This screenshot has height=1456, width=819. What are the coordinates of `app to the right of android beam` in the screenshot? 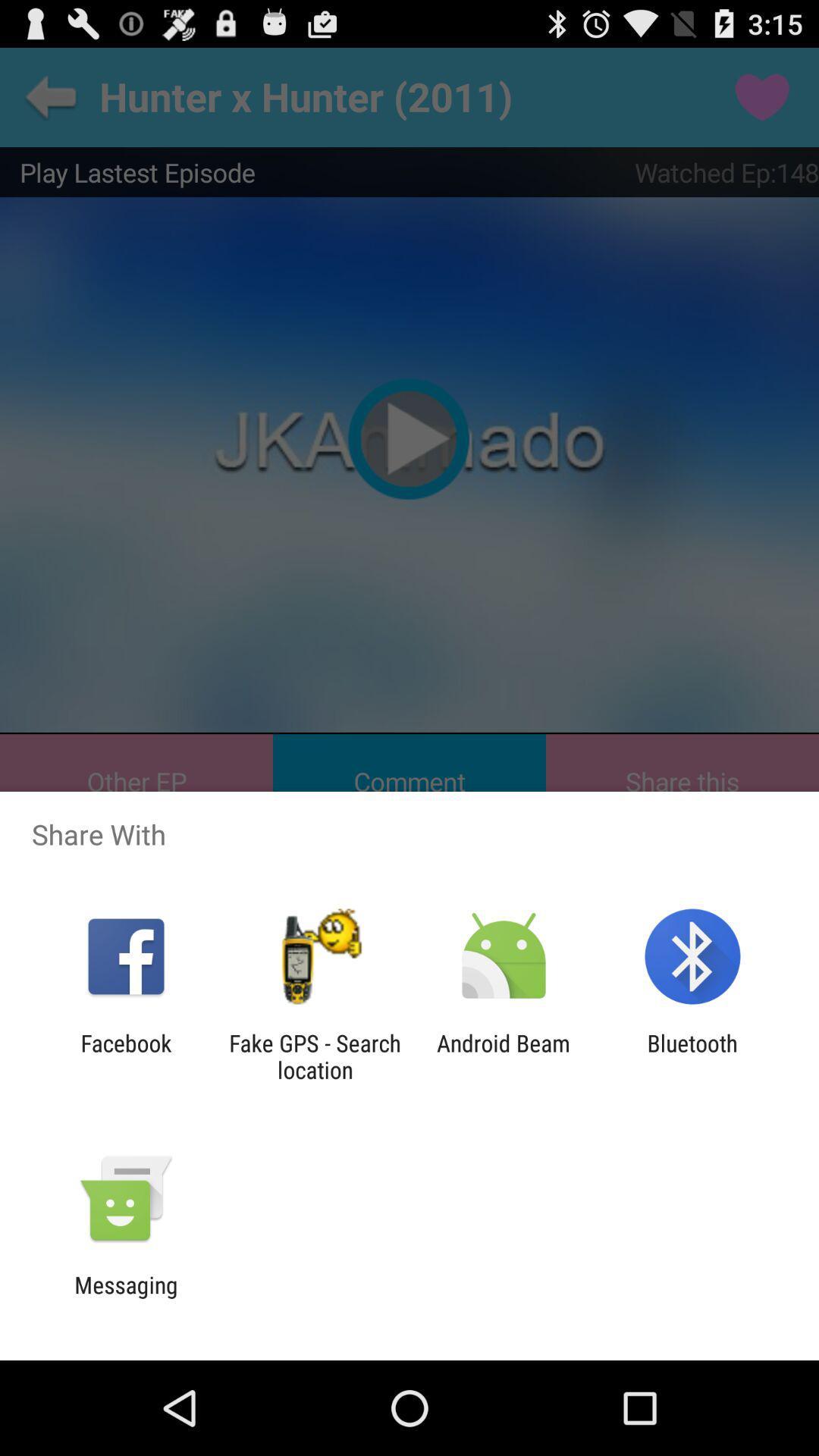 It's located at (692, 1056).